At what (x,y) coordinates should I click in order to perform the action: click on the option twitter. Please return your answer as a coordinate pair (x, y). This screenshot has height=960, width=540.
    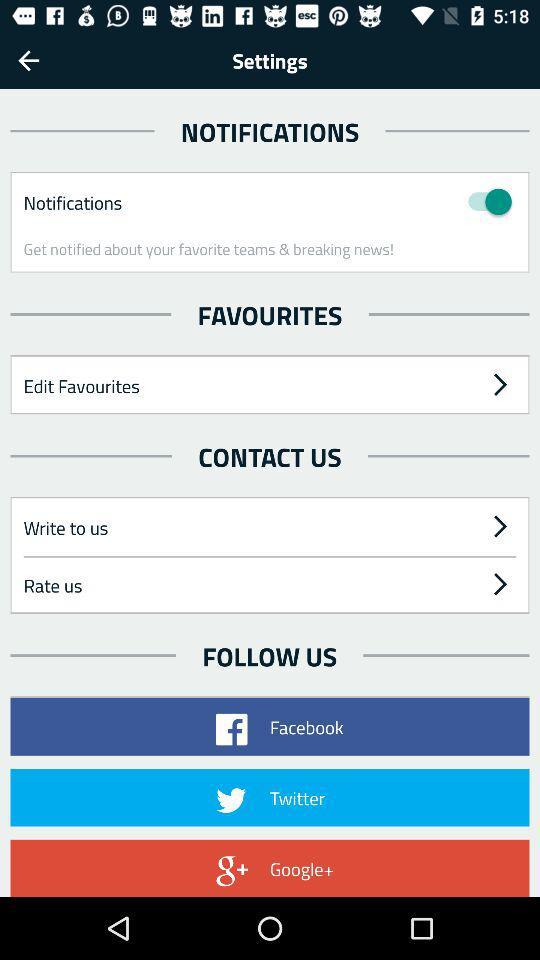
    Looking at the image, I should click on (270, 798).